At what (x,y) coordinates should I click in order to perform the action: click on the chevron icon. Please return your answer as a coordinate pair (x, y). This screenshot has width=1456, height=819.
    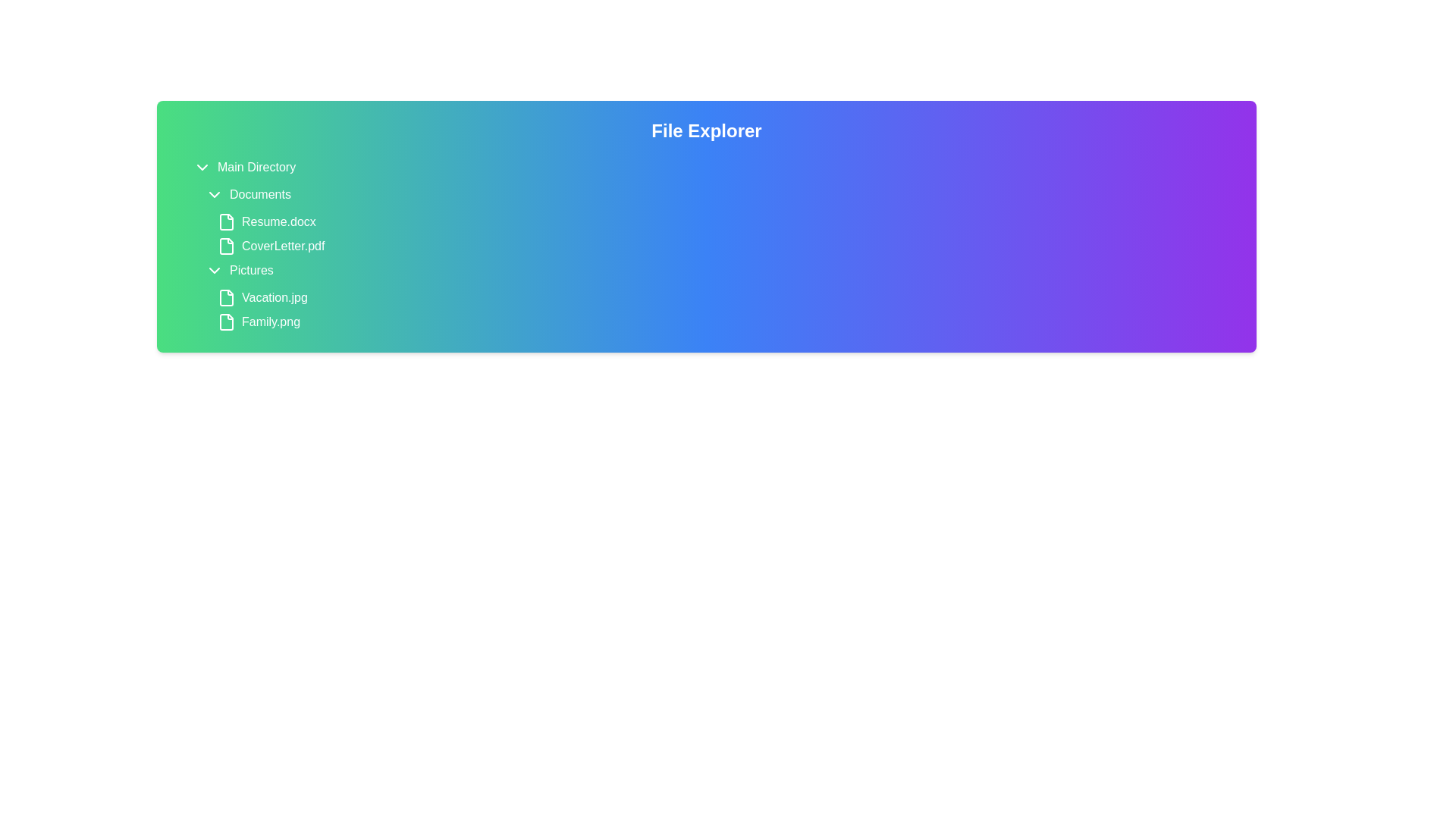
    Looking at the image, I should click on (202, 167).